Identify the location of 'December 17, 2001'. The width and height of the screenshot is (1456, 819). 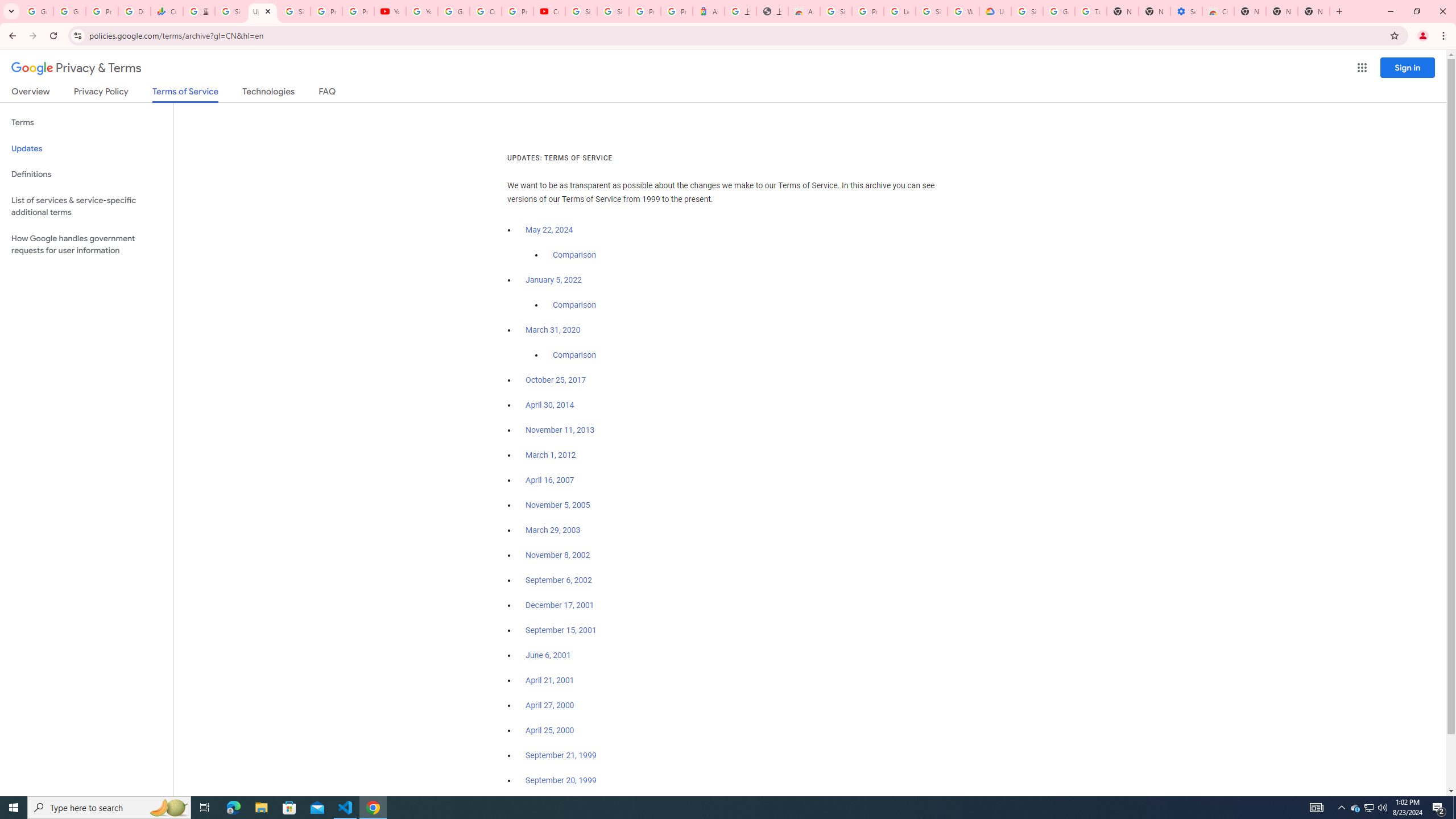
(559, 605).